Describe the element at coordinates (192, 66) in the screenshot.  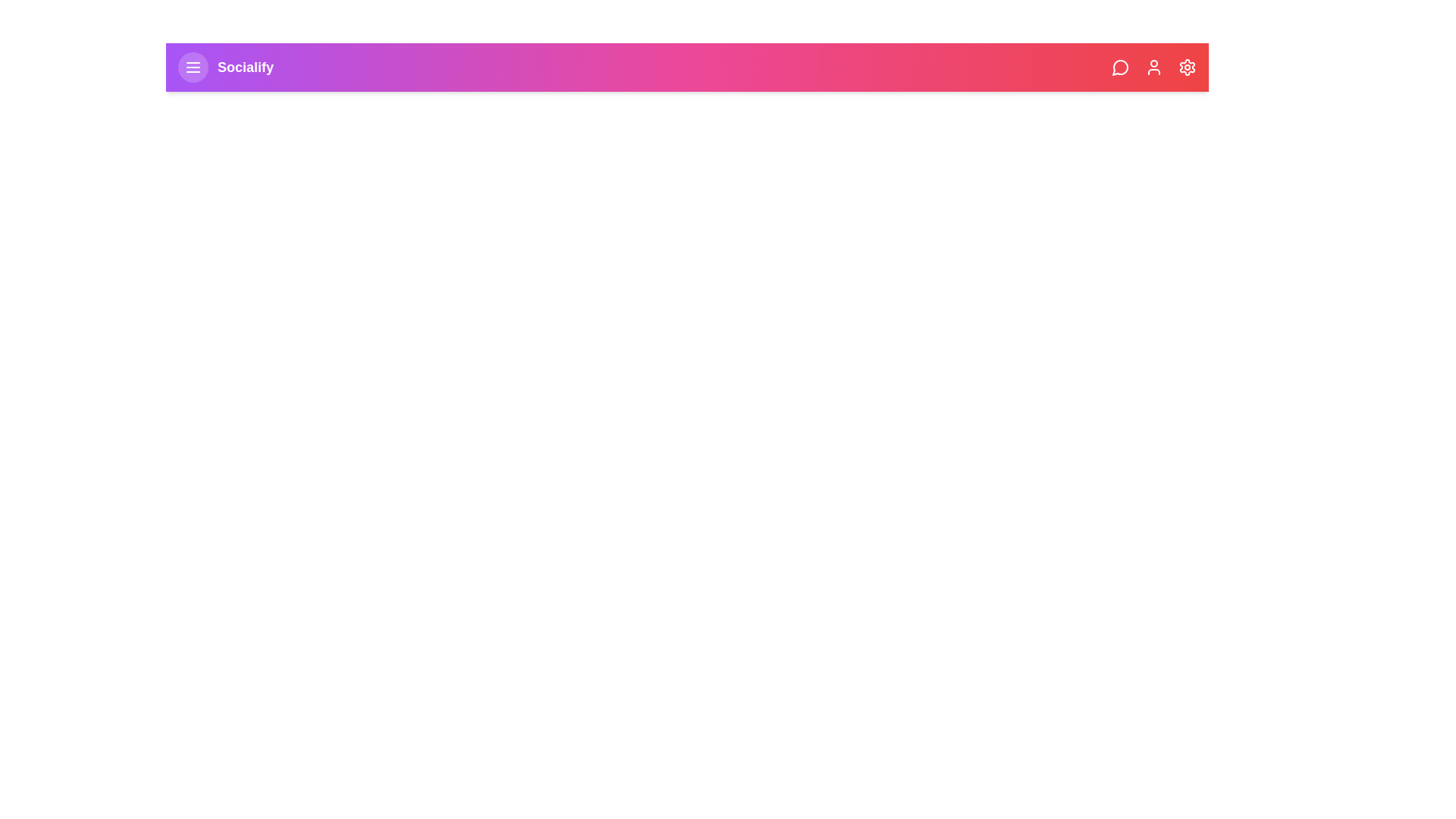
I see `the menu button to open the menu` at that location.